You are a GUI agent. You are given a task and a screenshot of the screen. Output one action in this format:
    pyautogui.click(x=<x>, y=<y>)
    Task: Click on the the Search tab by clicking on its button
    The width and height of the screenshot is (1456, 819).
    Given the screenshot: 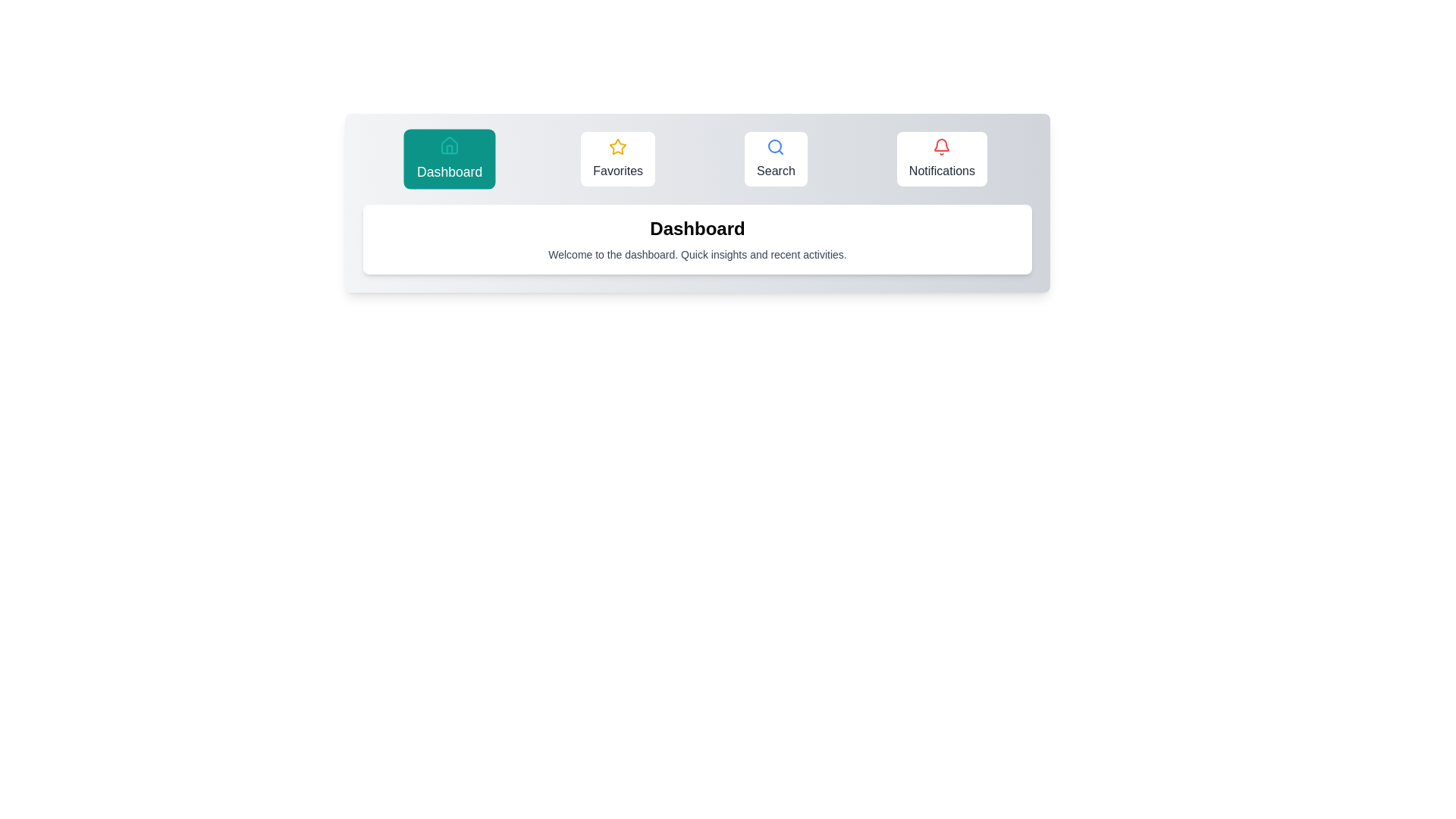 What is the action you would take?
    pyautogui.click(x=775, y=158)
    